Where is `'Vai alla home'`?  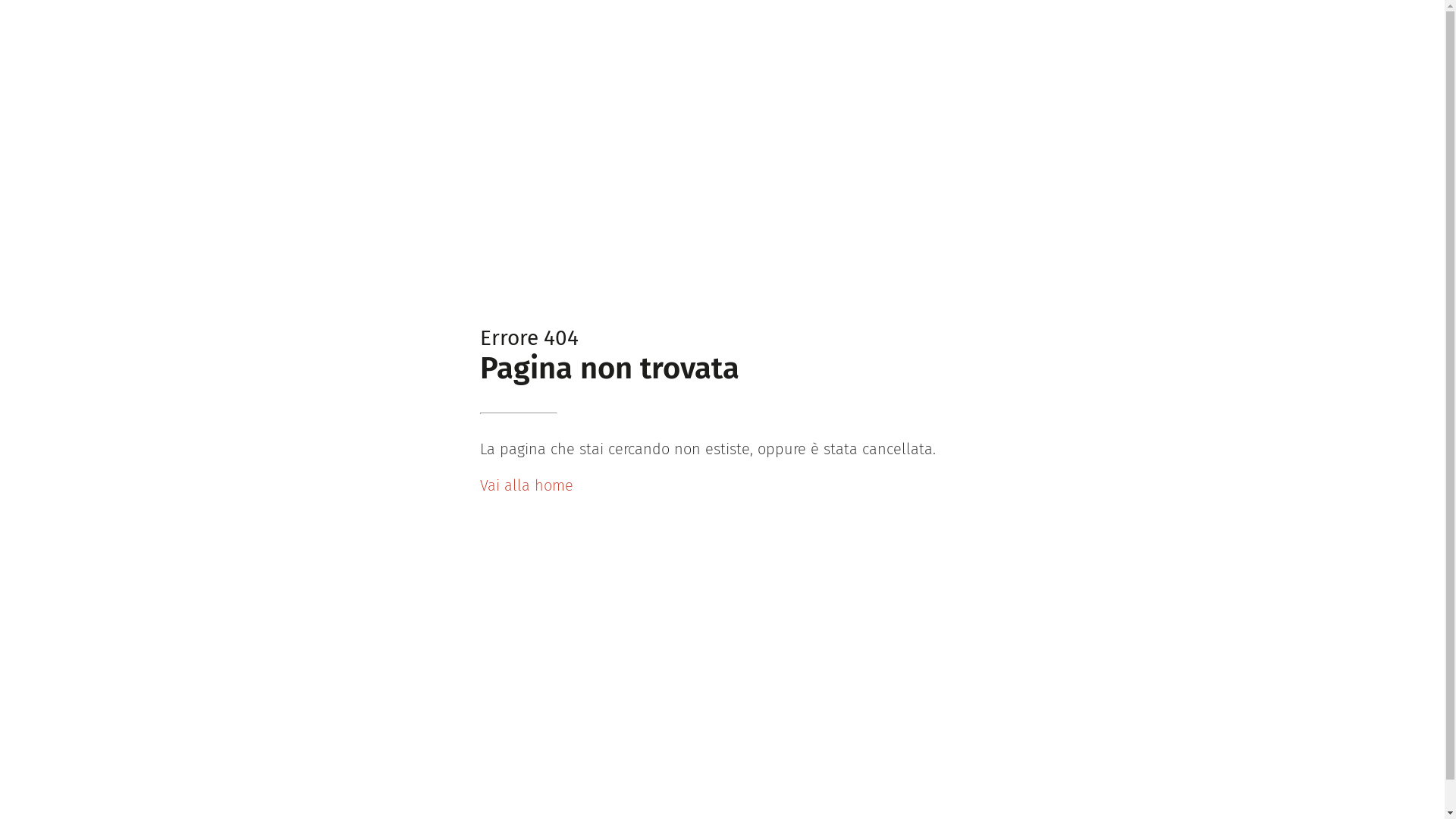
'Vai alla home' is located at coordinates (526, 485).